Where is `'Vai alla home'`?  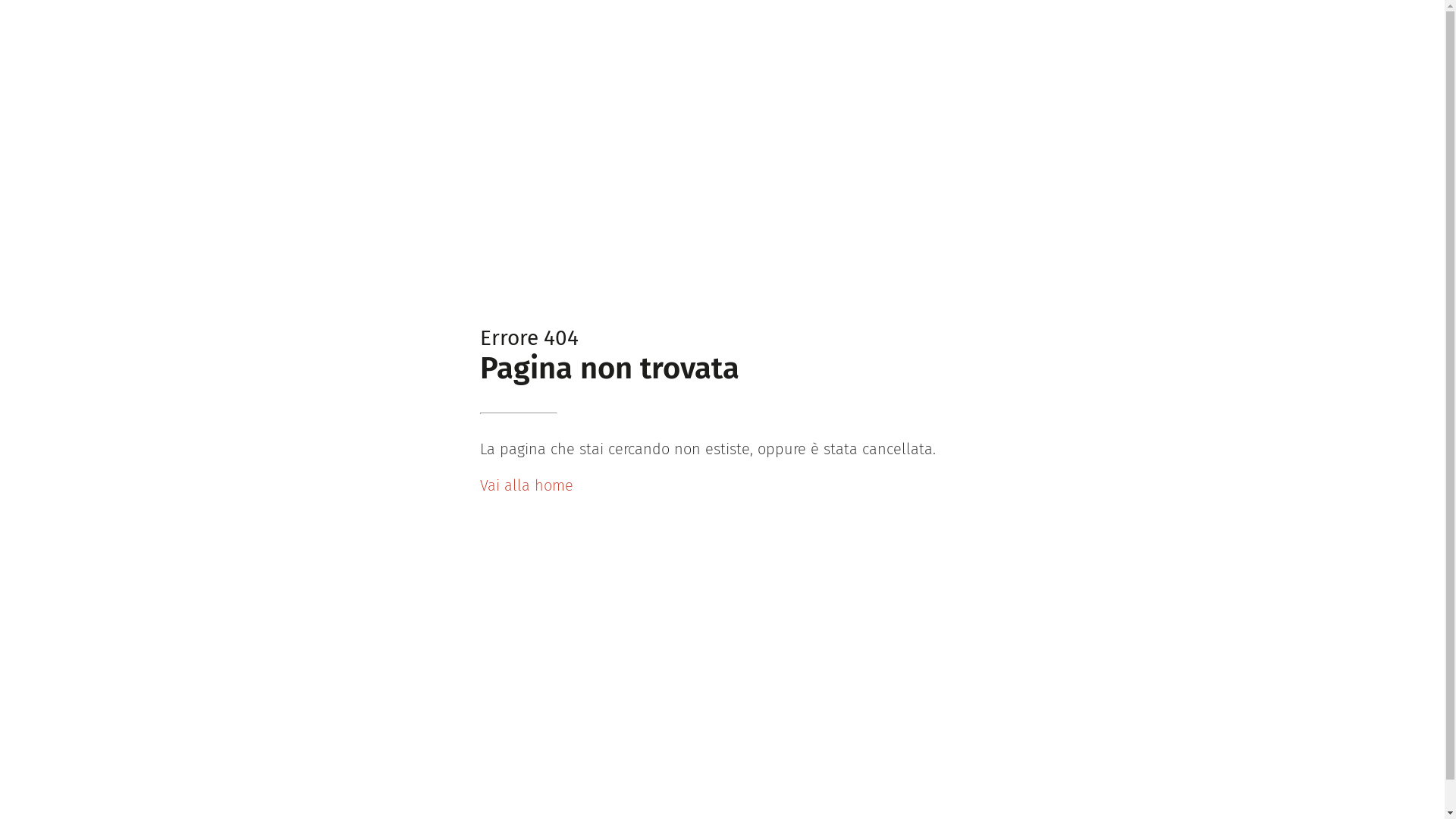
'Vai alla home' is located at coordinates (526, 485).